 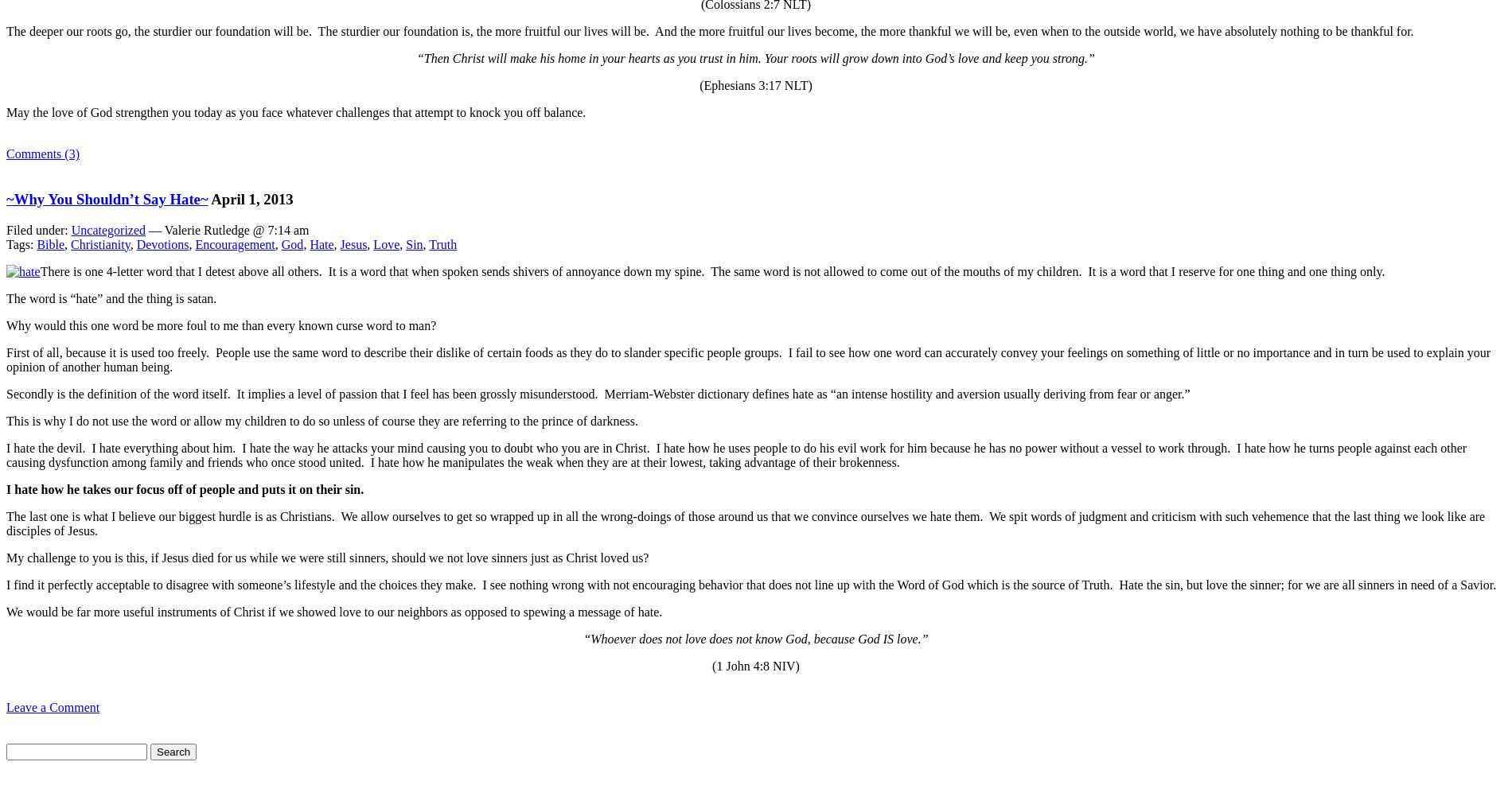 What do you see at coordinates (754, 638) in the screenshot?
I see `'“Whoever does not love does not know God, because God IS love.”'` at bounding box center [754, 638].